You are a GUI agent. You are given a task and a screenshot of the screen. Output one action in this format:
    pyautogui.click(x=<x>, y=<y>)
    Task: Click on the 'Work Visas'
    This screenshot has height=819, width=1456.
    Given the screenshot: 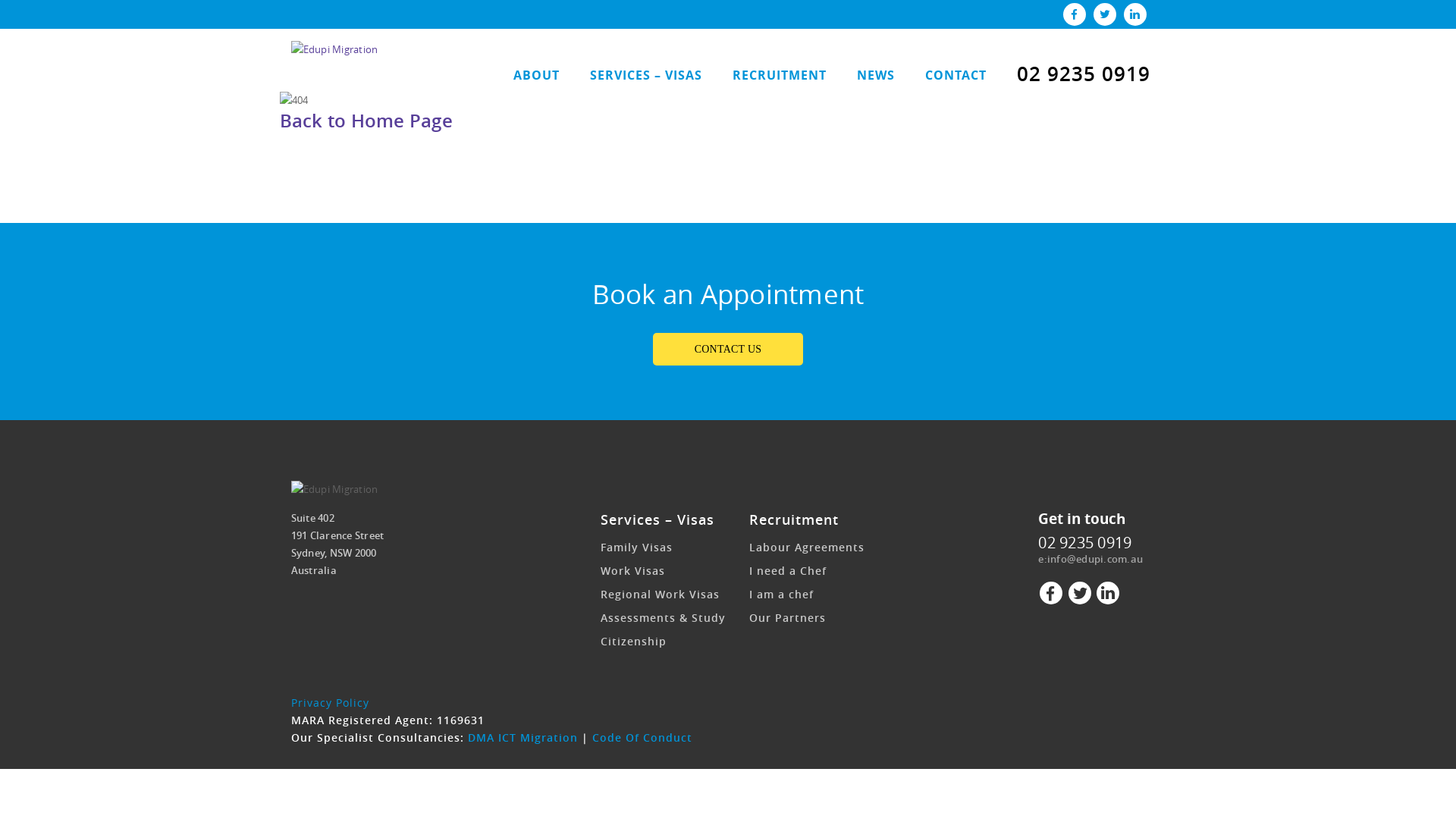 What is the action you would take?
    pyautogui.click(x=632, y=570)
    